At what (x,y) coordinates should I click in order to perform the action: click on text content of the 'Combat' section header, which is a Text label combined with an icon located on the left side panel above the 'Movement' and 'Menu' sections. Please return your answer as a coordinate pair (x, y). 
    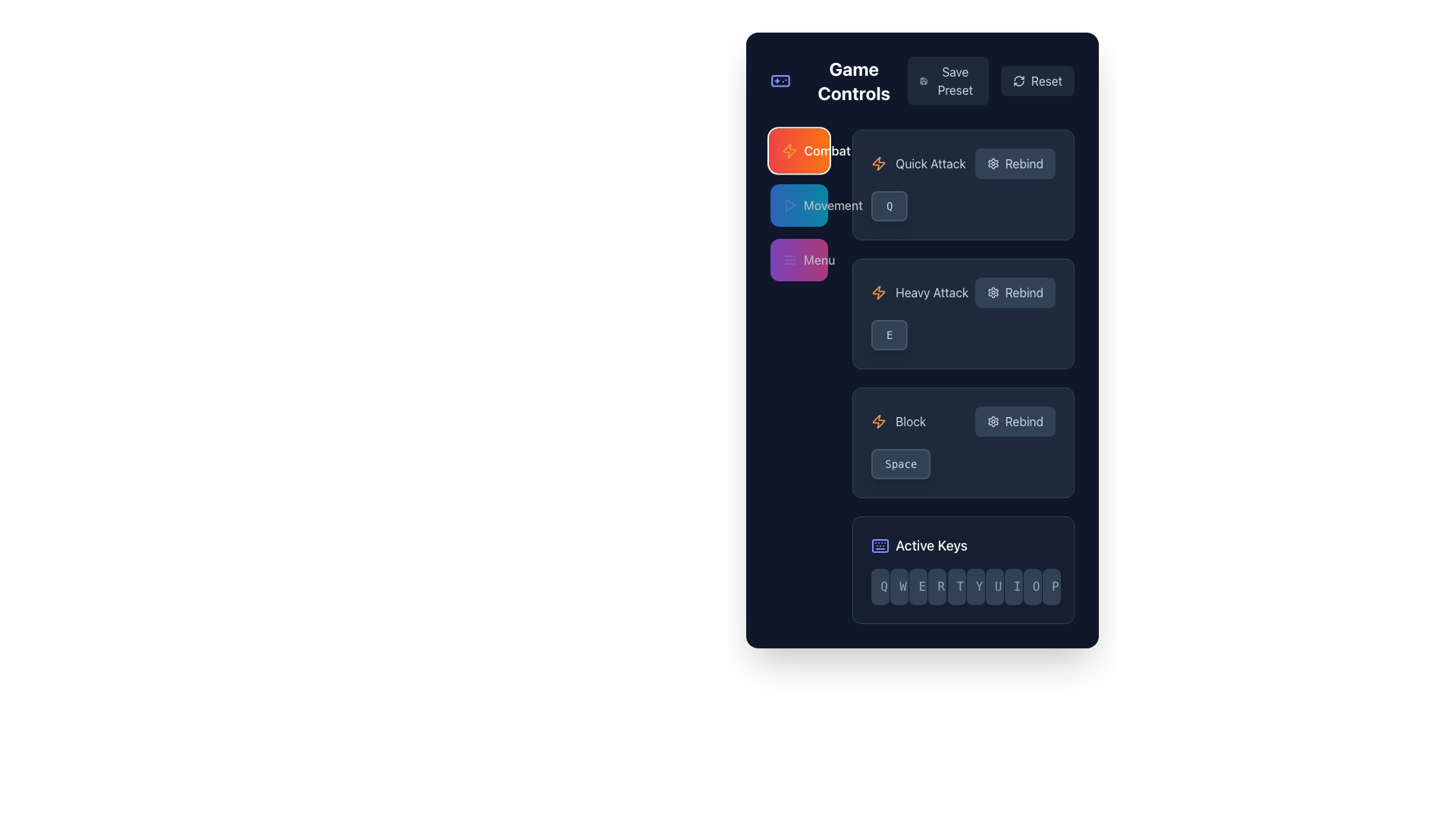
    Looking at the image, I should click on (799, 151).